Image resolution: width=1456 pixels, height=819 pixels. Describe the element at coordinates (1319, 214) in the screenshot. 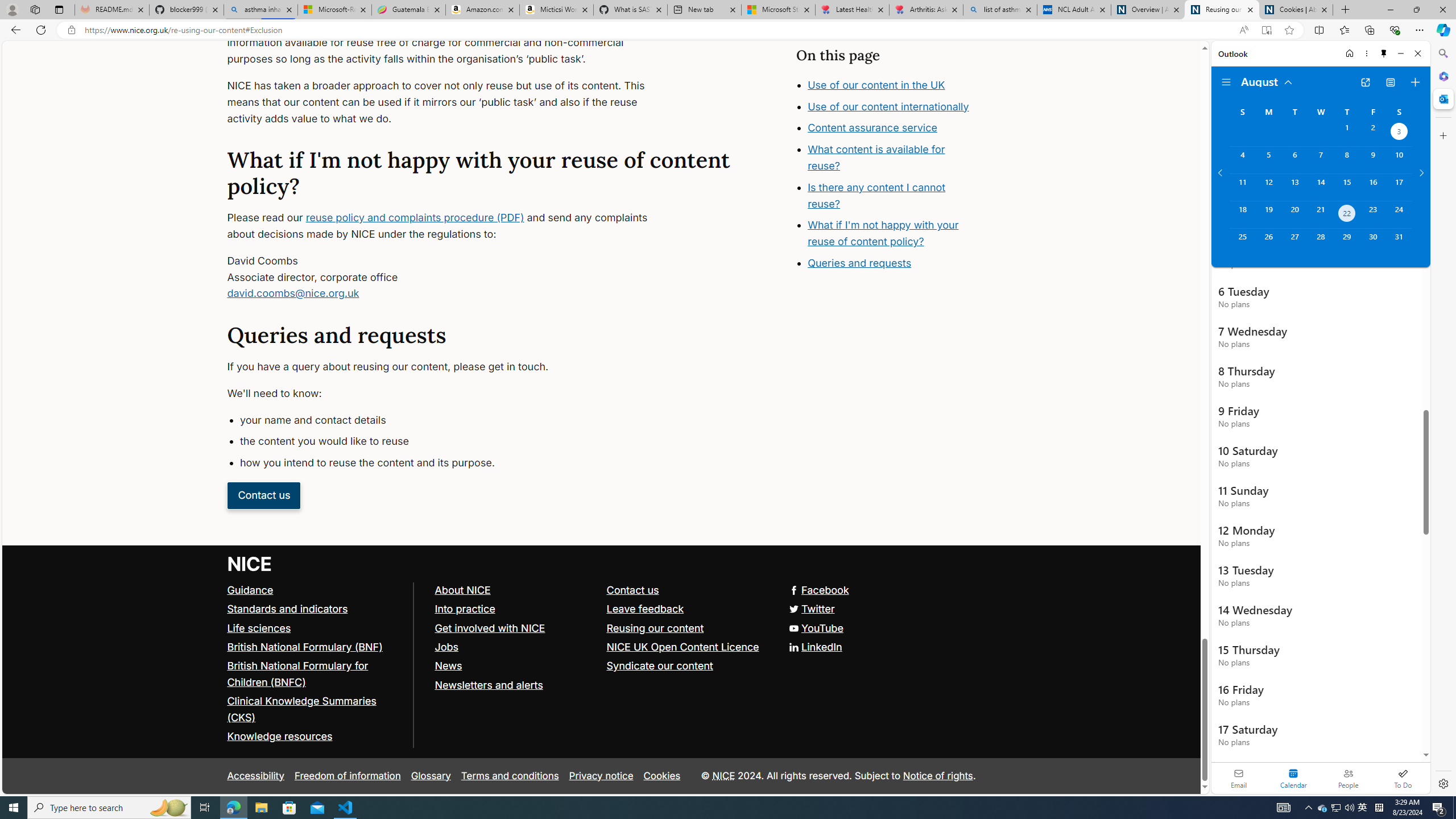

I see `'Wednesday, August 21, 2024. '` at that location.